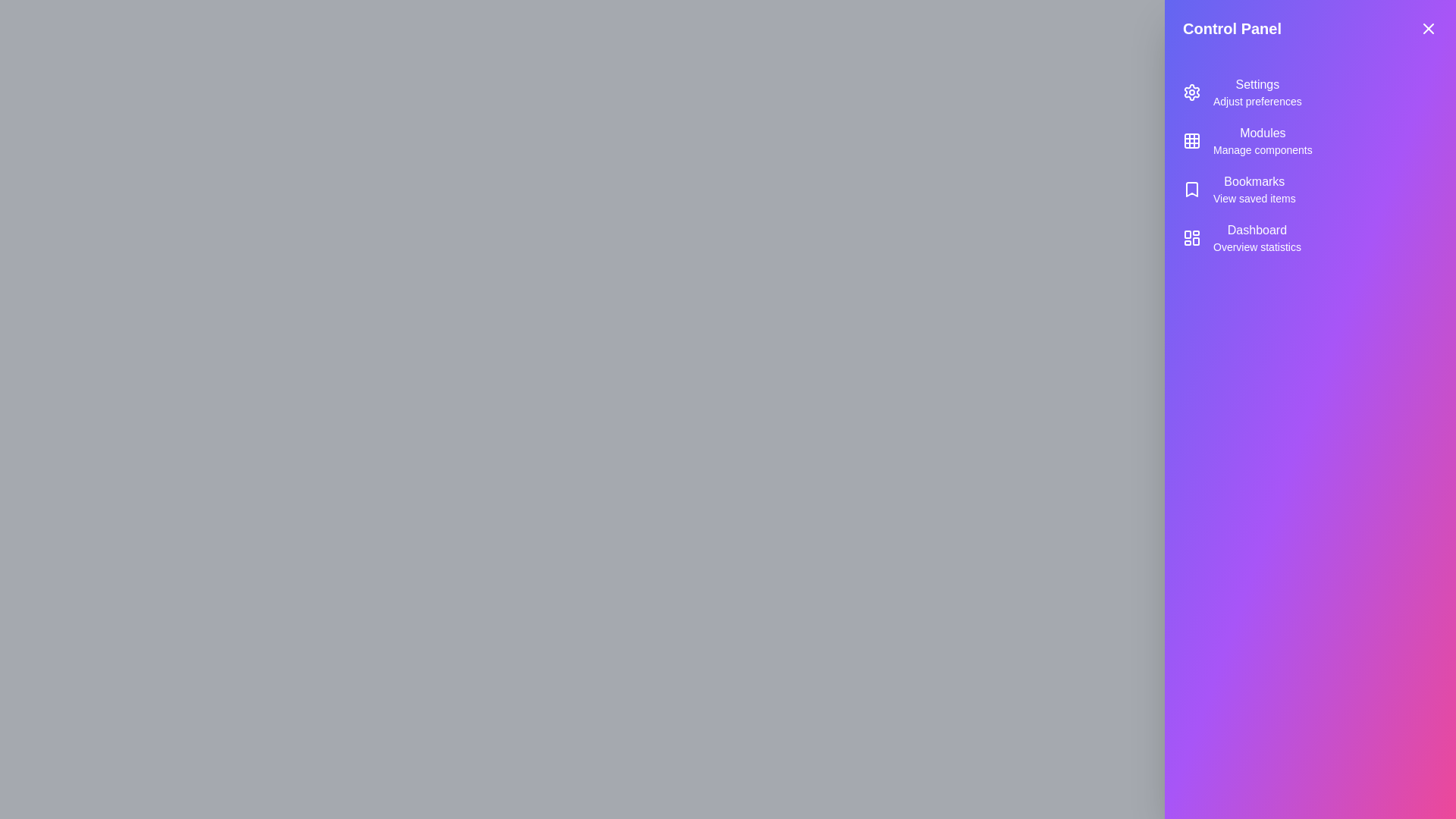 This screenshot has width=1456, height=819. I want to click on the upper-left rectangle of the grid icon in the sidebar menu, which visually represents the 'Modules' section, so click(1191, 140).